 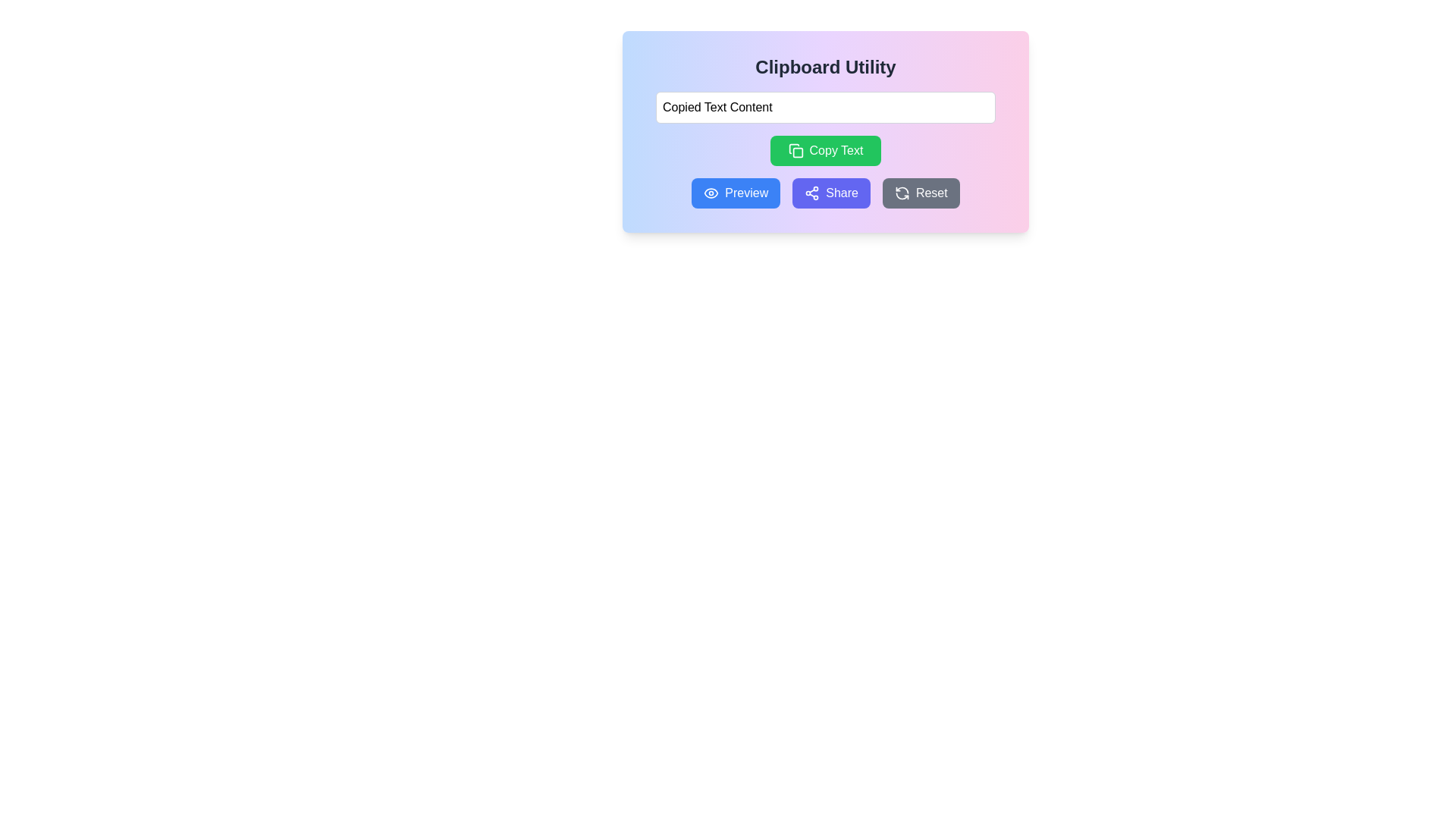 I want to click on the eye icon within the 'Preview' button to receive potential visual feedback, so click(x=711, y=192).